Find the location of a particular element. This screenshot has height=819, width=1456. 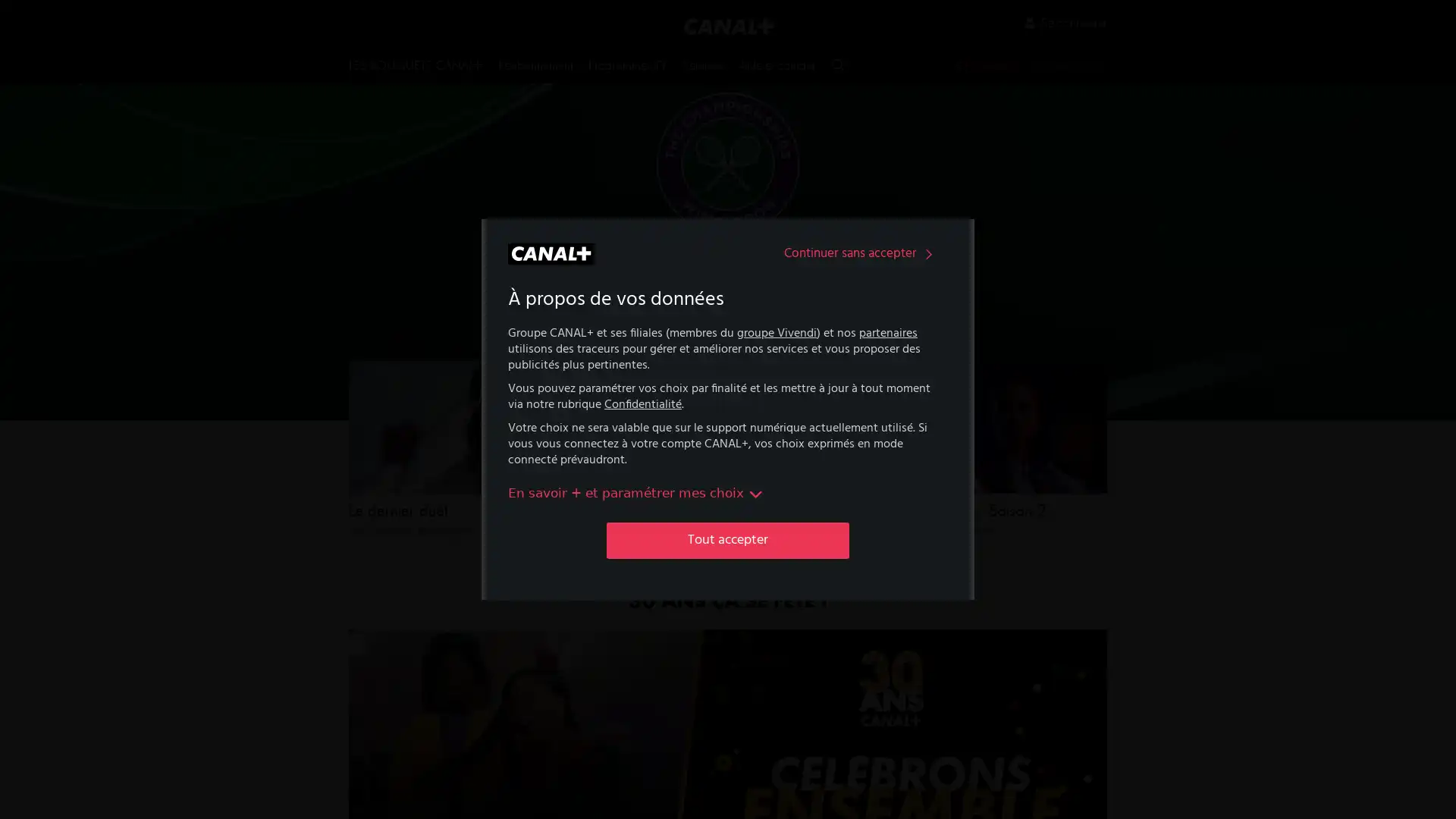

Ghana is located at coordinates (728, 380).